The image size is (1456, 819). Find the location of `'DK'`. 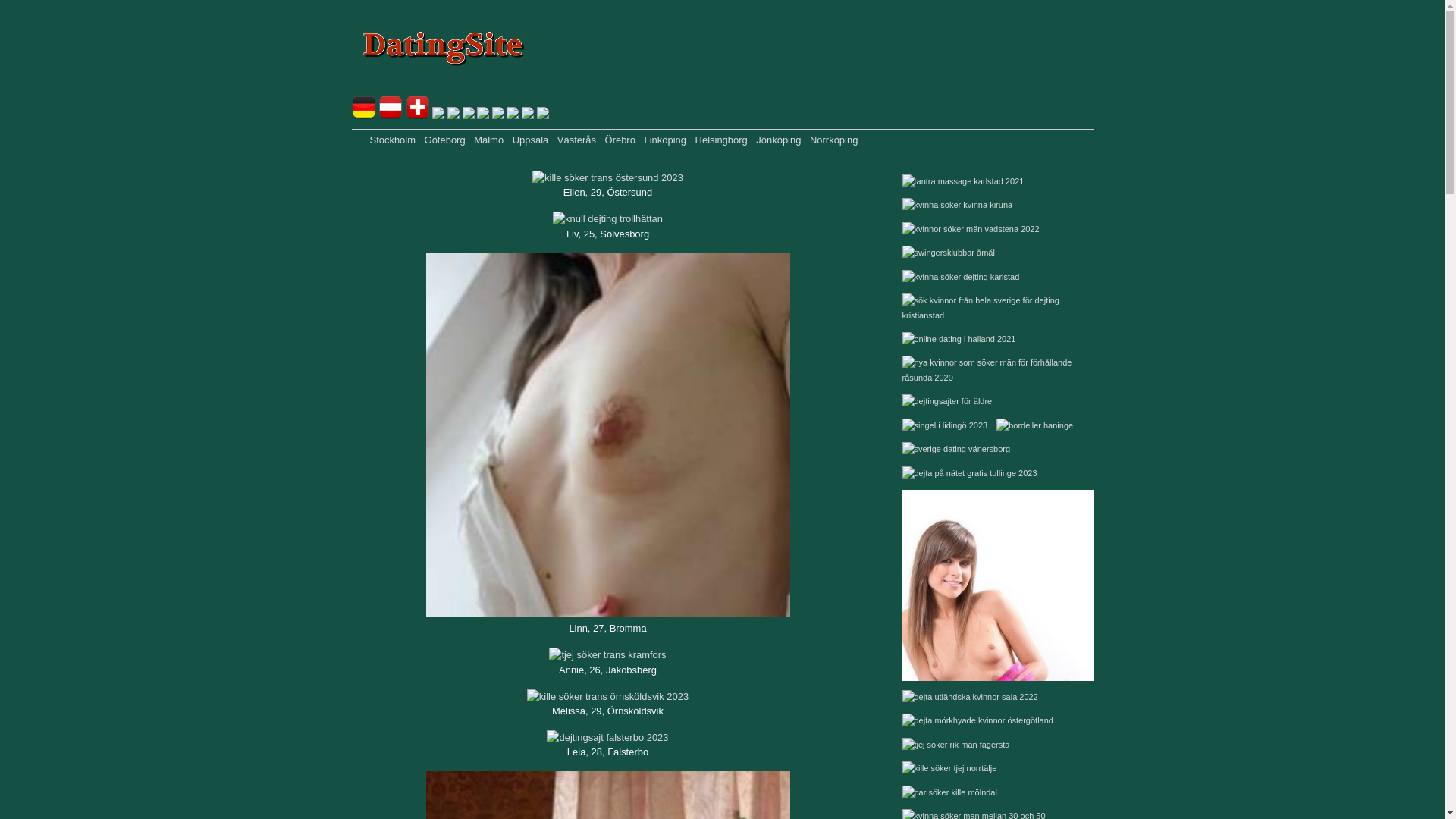

'DK' is located at coordinates (468, 115).